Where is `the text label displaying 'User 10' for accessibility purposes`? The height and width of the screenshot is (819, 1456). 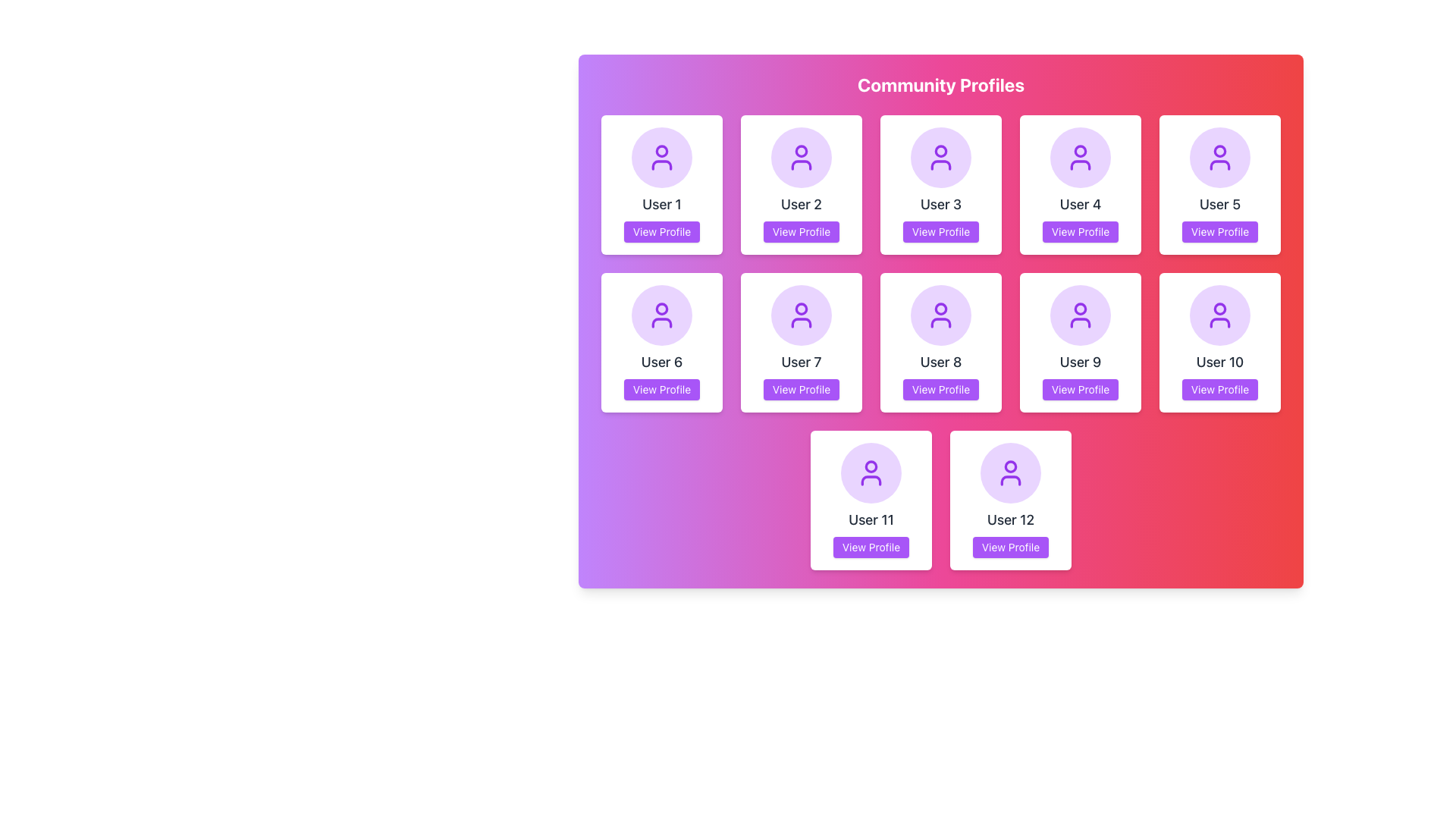
the text label displaying 'User 10' for accessibility purposes is located at coordinates (1219, 362).